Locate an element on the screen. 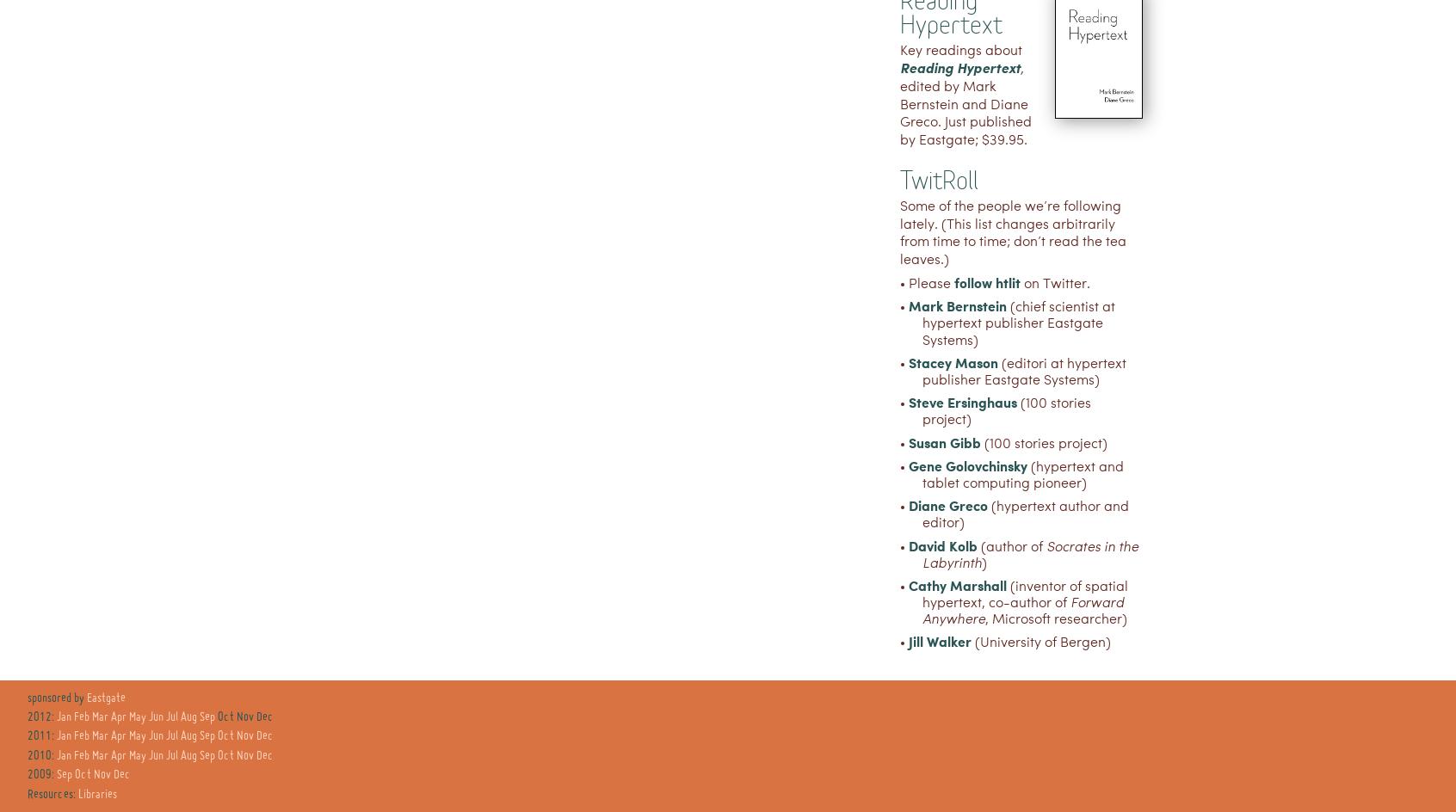  '2011:' is located at coordinates (41, 736).